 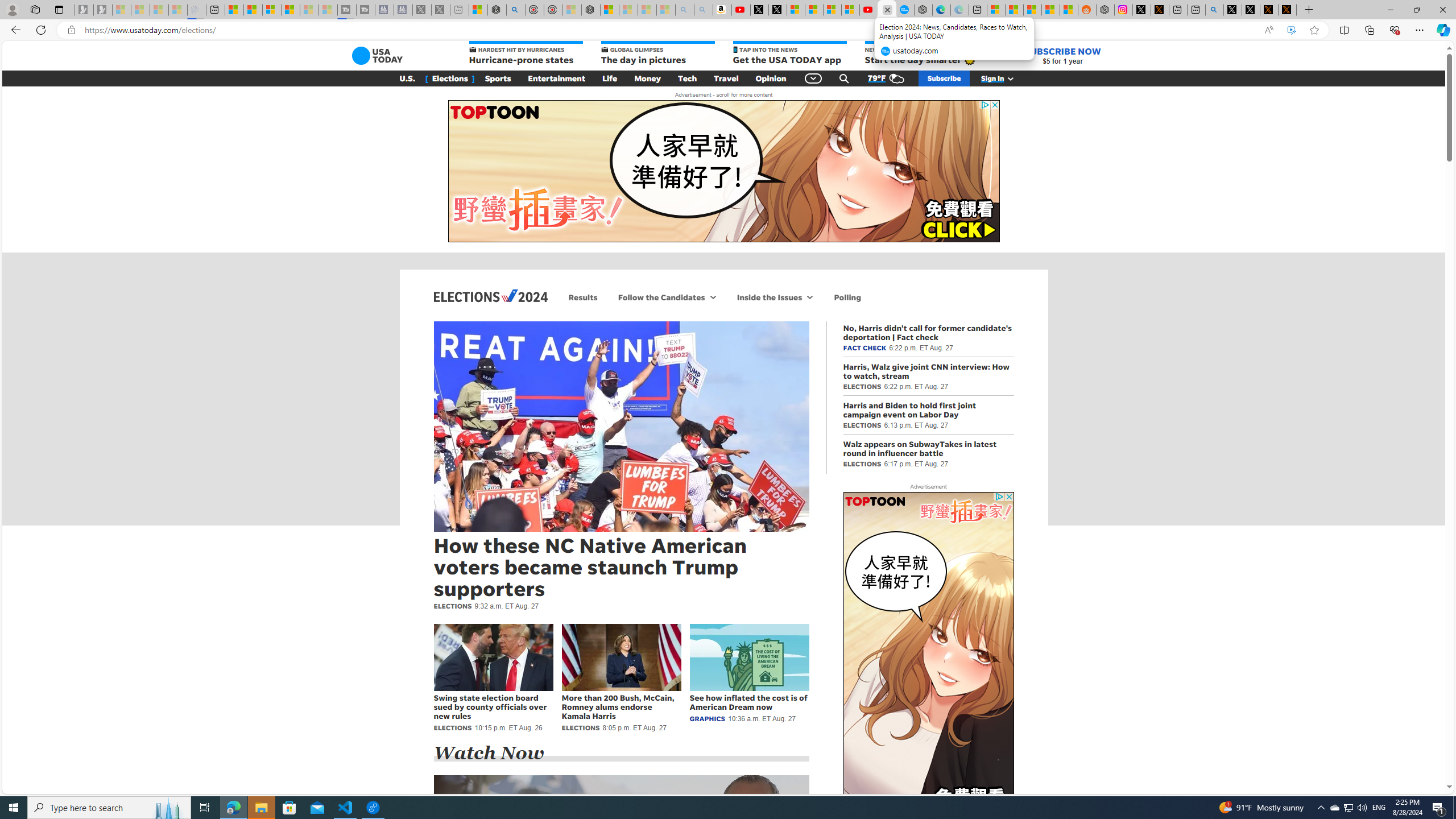 I want to click on 'Enhance video', so click(x=1291, y=30).